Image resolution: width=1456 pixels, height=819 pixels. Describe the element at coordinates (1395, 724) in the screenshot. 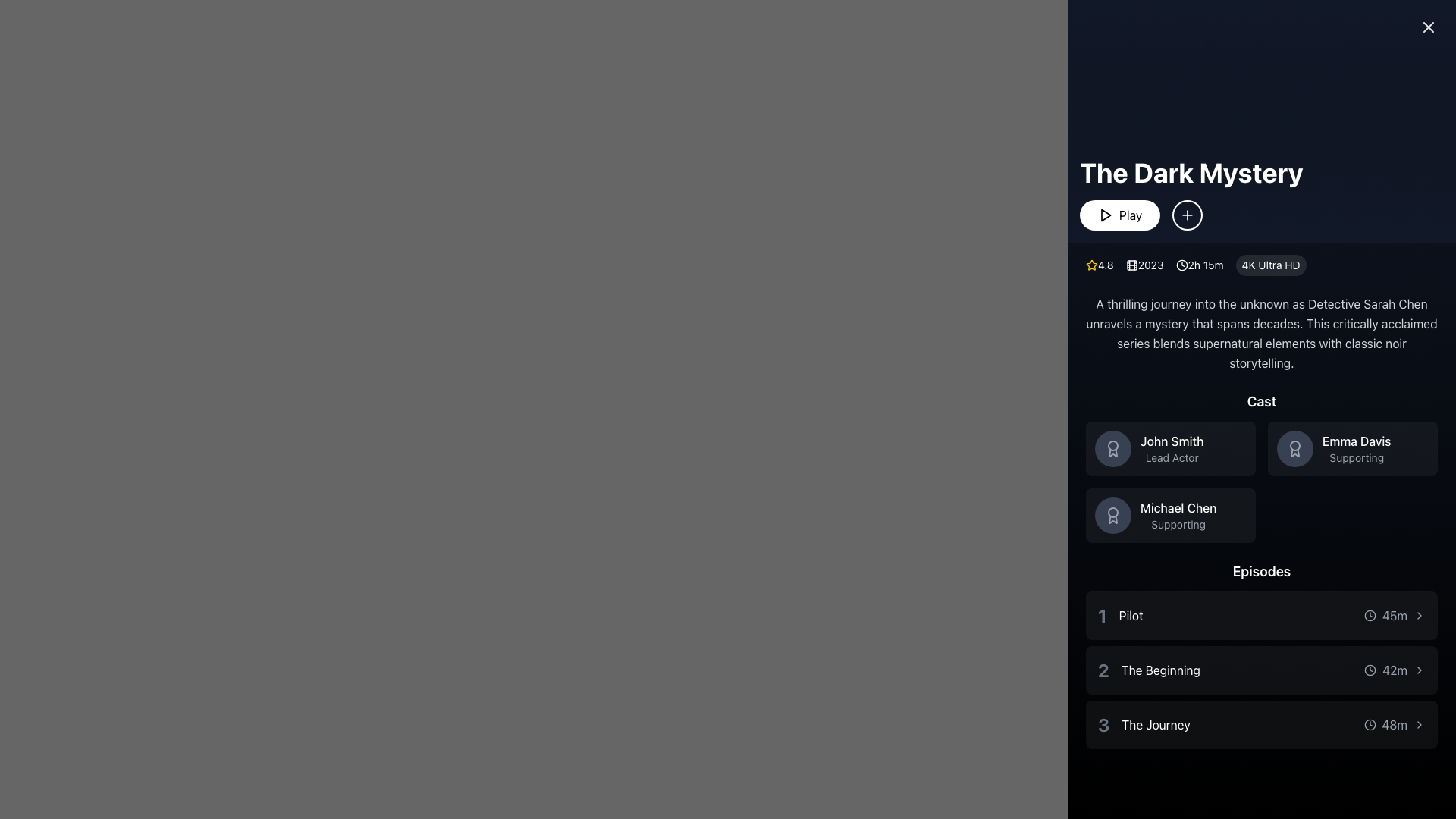

I see `the label with icon indicating the duration of the episode located next to the text 'The Journey' in the third episode under the 'Episodes' section` at that location.